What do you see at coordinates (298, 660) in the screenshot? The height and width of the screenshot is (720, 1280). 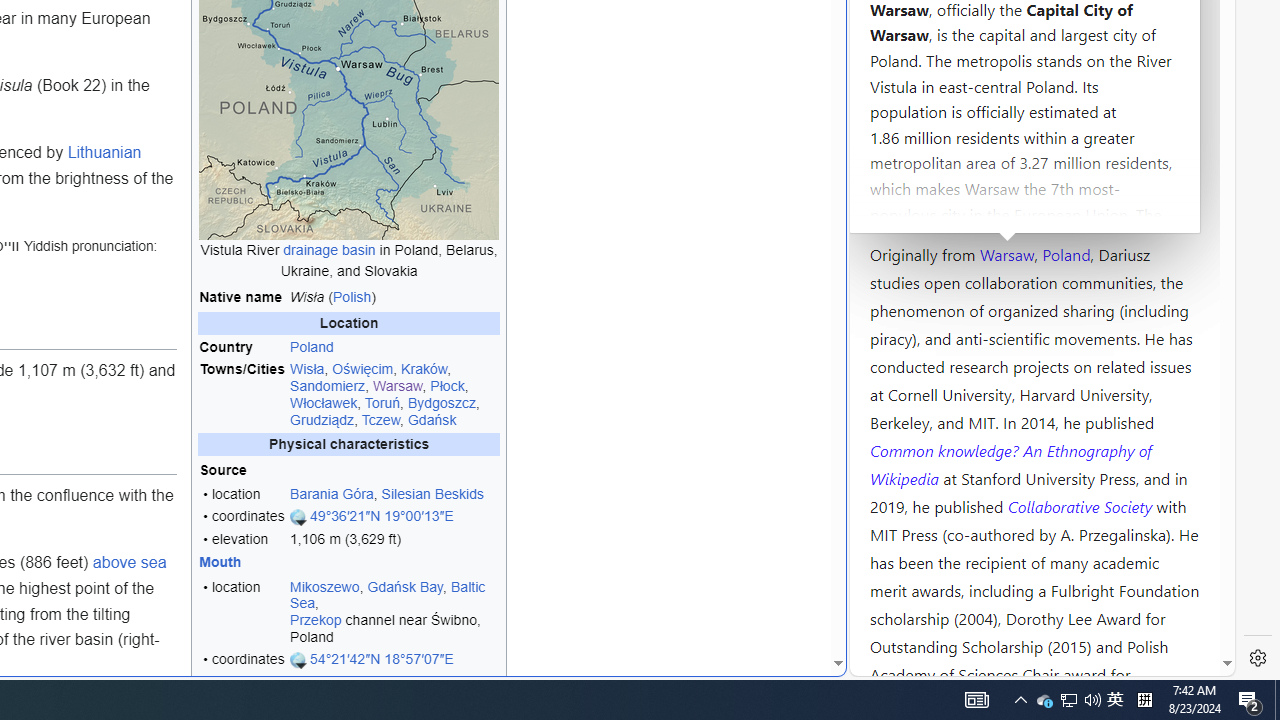 I see `'Show location on an interactive map'` at bounding box center [298, 660].